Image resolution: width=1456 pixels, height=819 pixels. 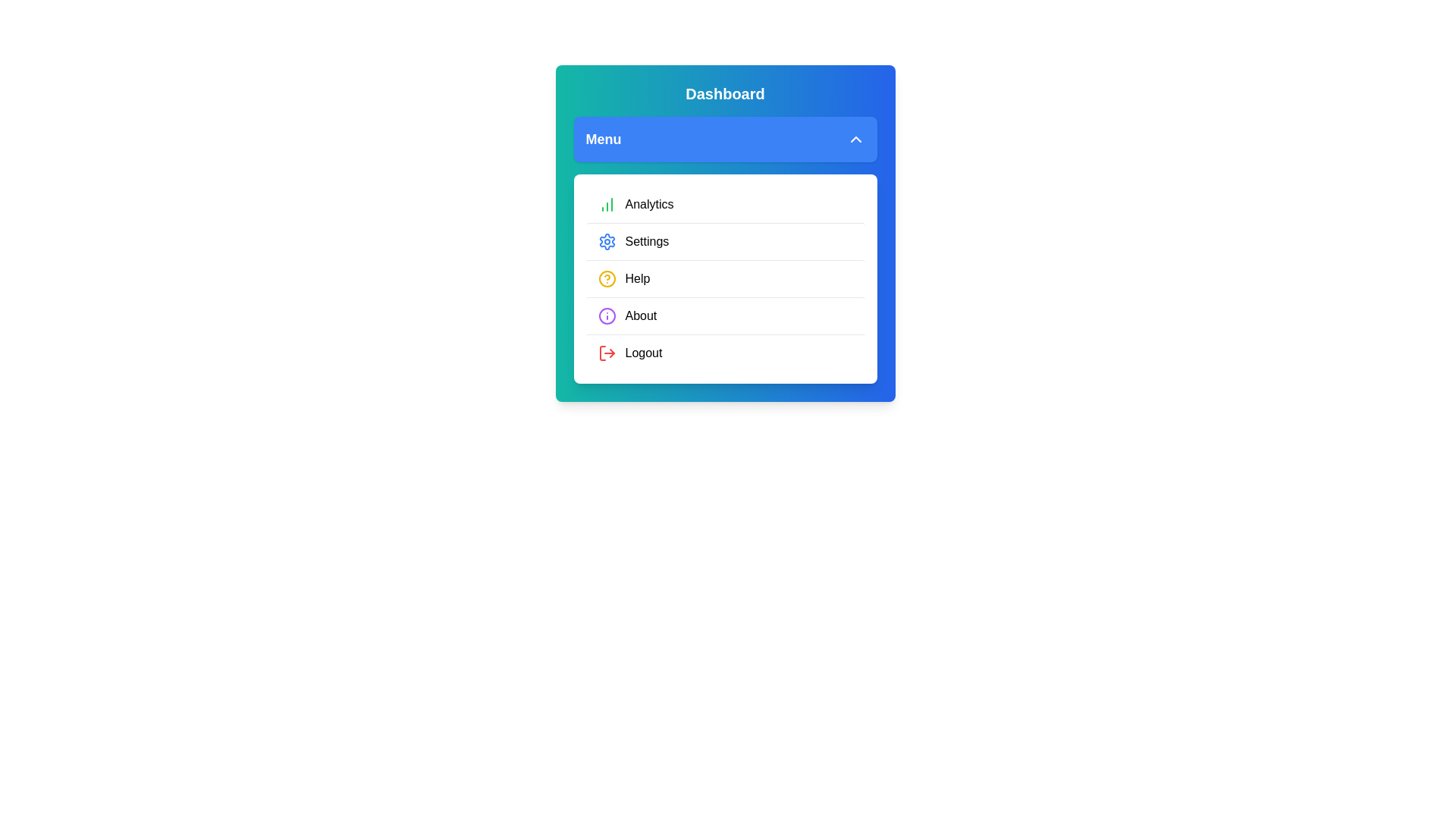 I want to click on the 'About' menu option located fourth from the top in the vertical menu, positioned below 'Help' and above 'Logout', so click(x=724, y=315).